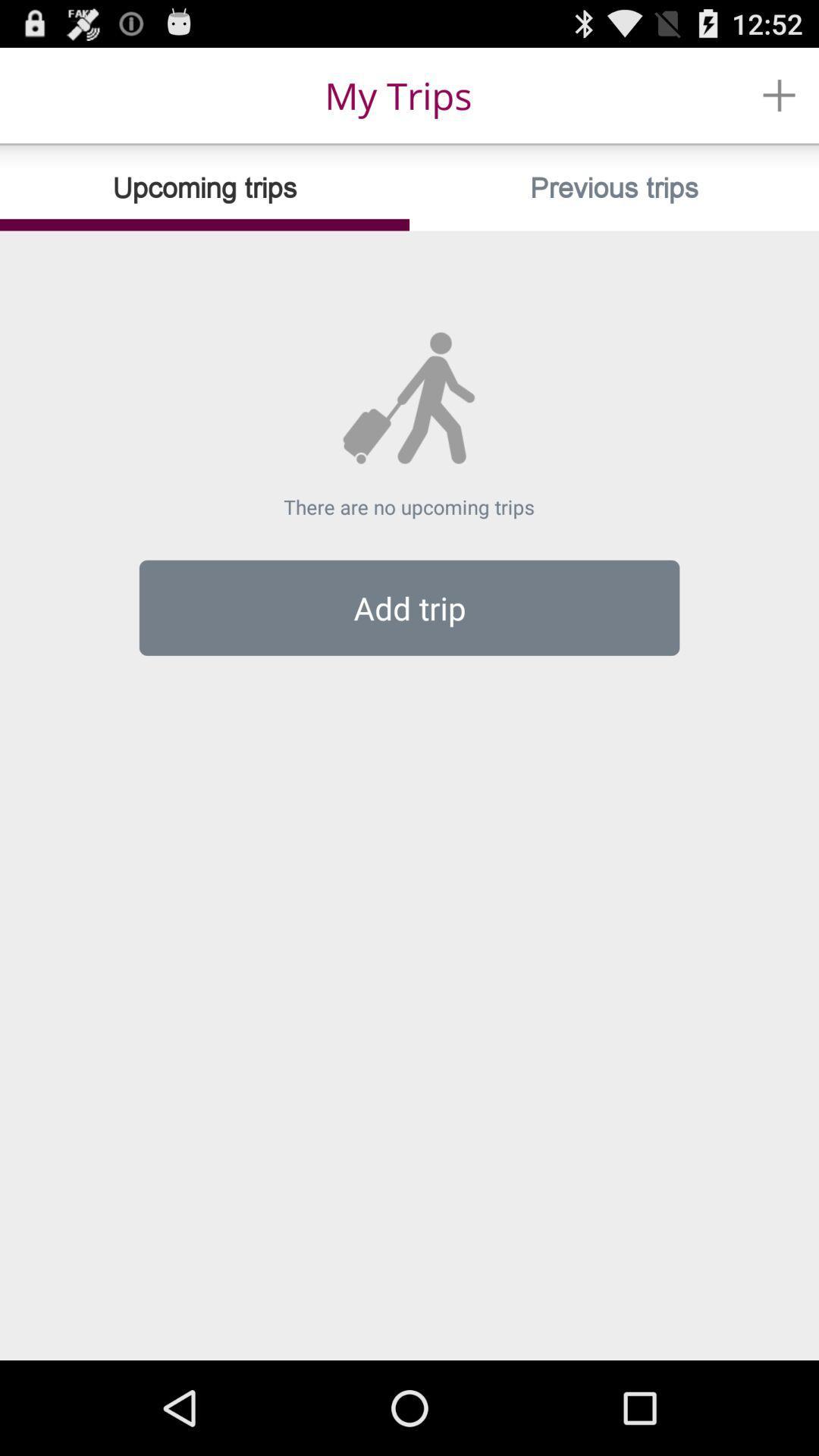  I want to click on the item to the right of the my trips, so click(779, 94).